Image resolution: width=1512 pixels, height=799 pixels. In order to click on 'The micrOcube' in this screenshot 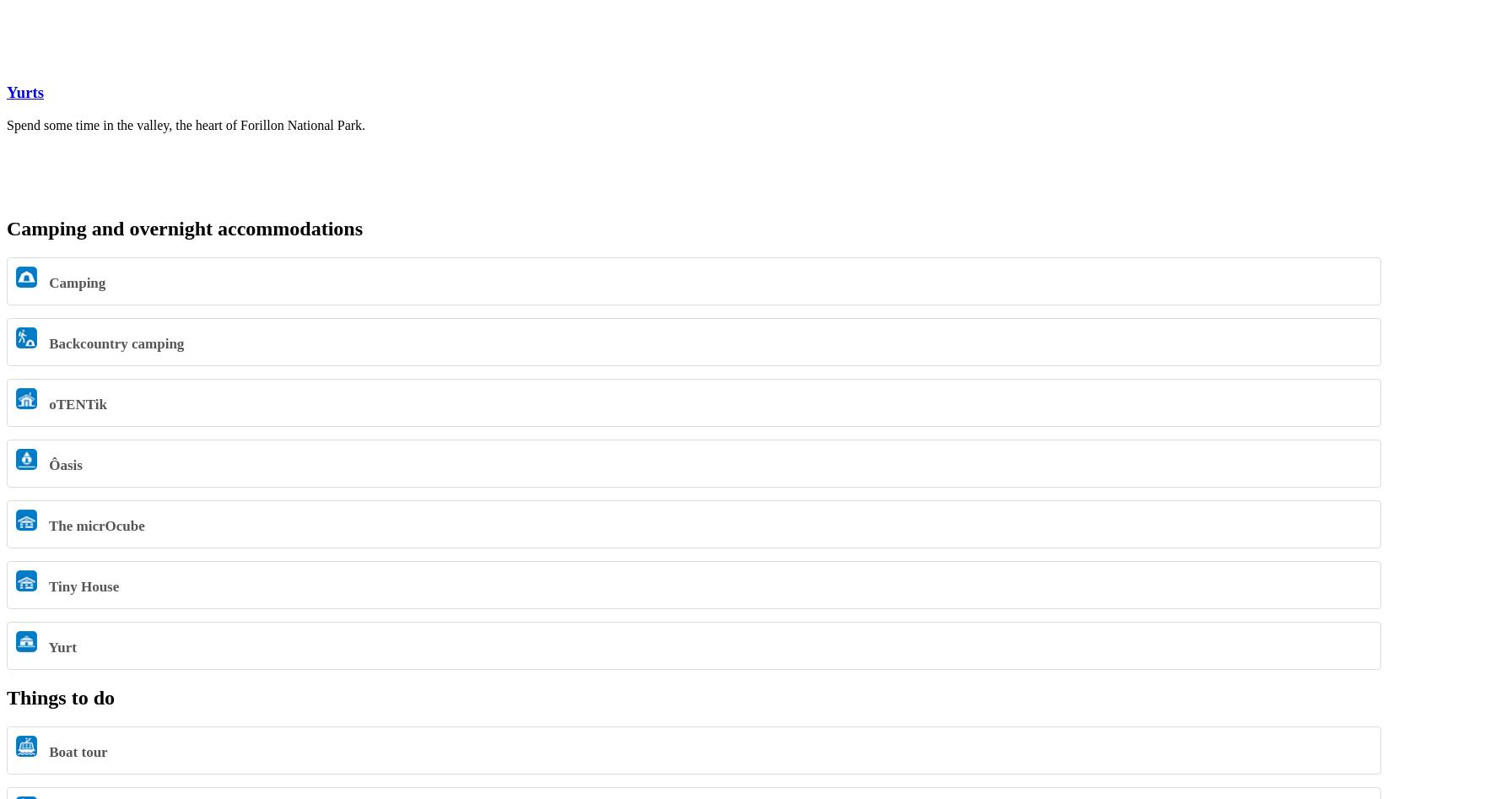, I will do `click(45, 525)`.